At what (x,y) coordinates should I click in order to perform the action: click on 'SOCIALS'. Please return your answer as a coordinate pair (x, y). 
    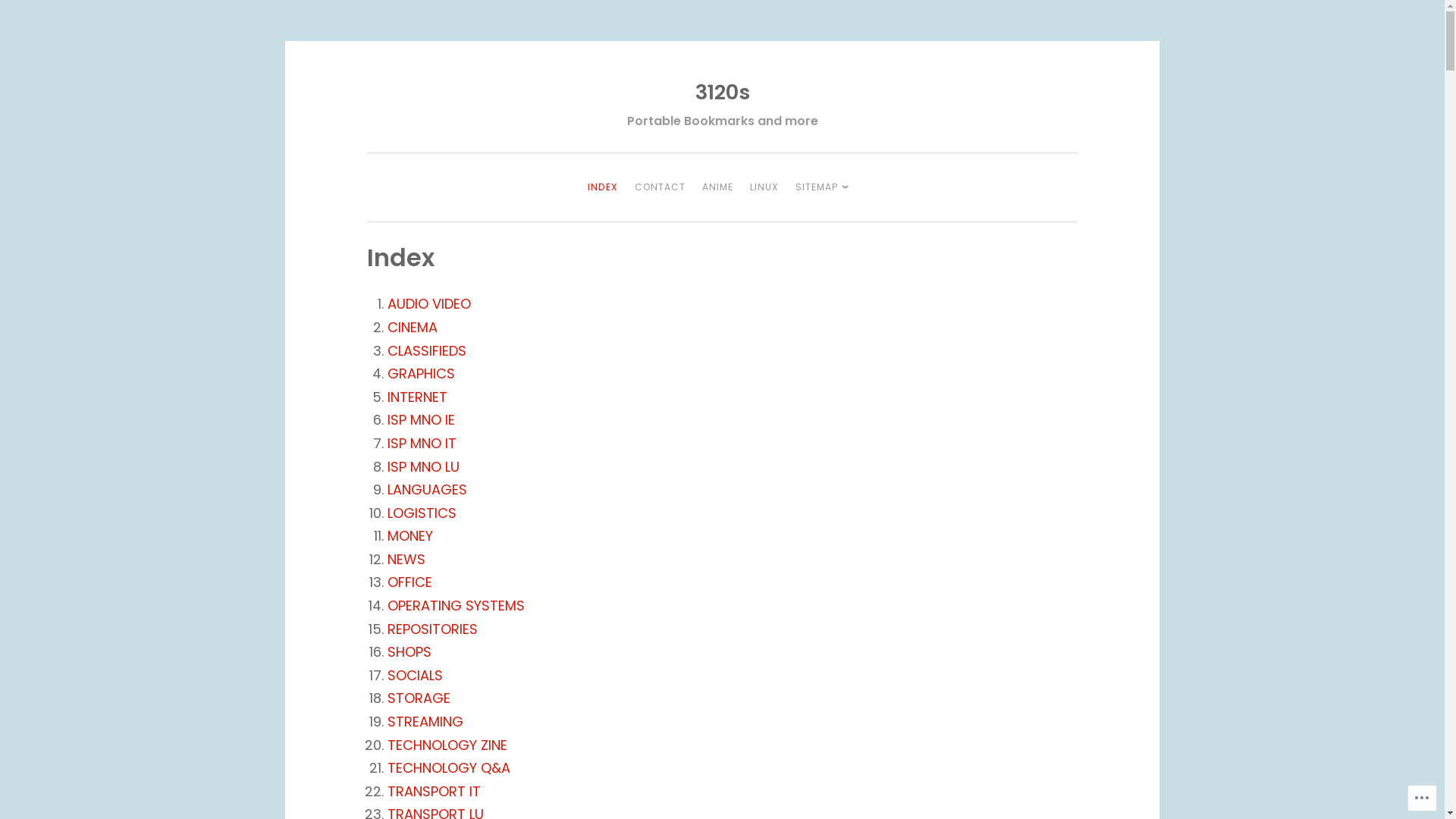
    Looking at the image, I should click on (415, 674).